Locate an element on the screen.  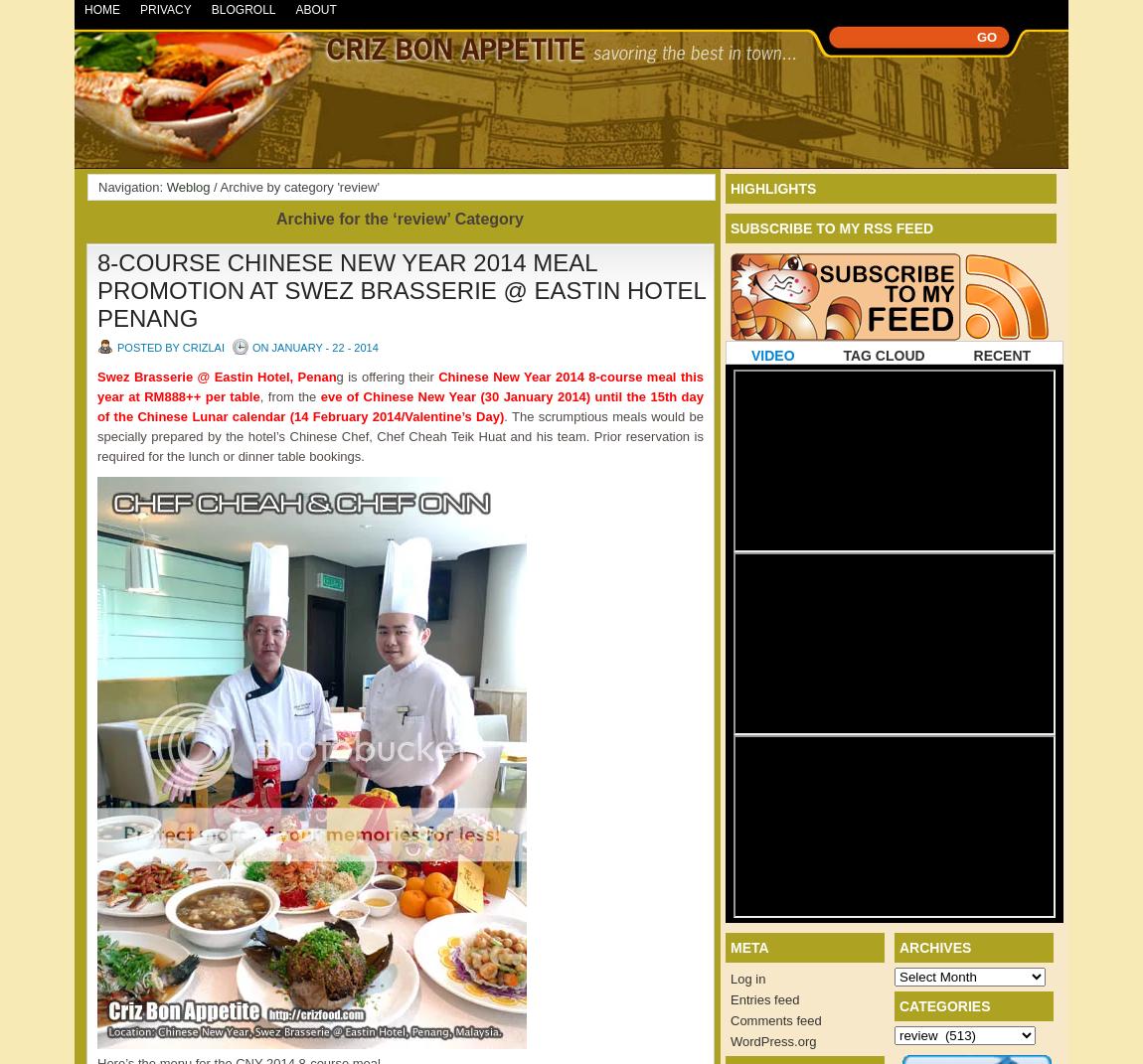
'8-COURSE CHINESE NEW YEAR 2014 MEAL PROMOTION AT SWEZ BRASSERIE @ EASTIN HOTEL PENANG' is located at coordinates (401, 290).